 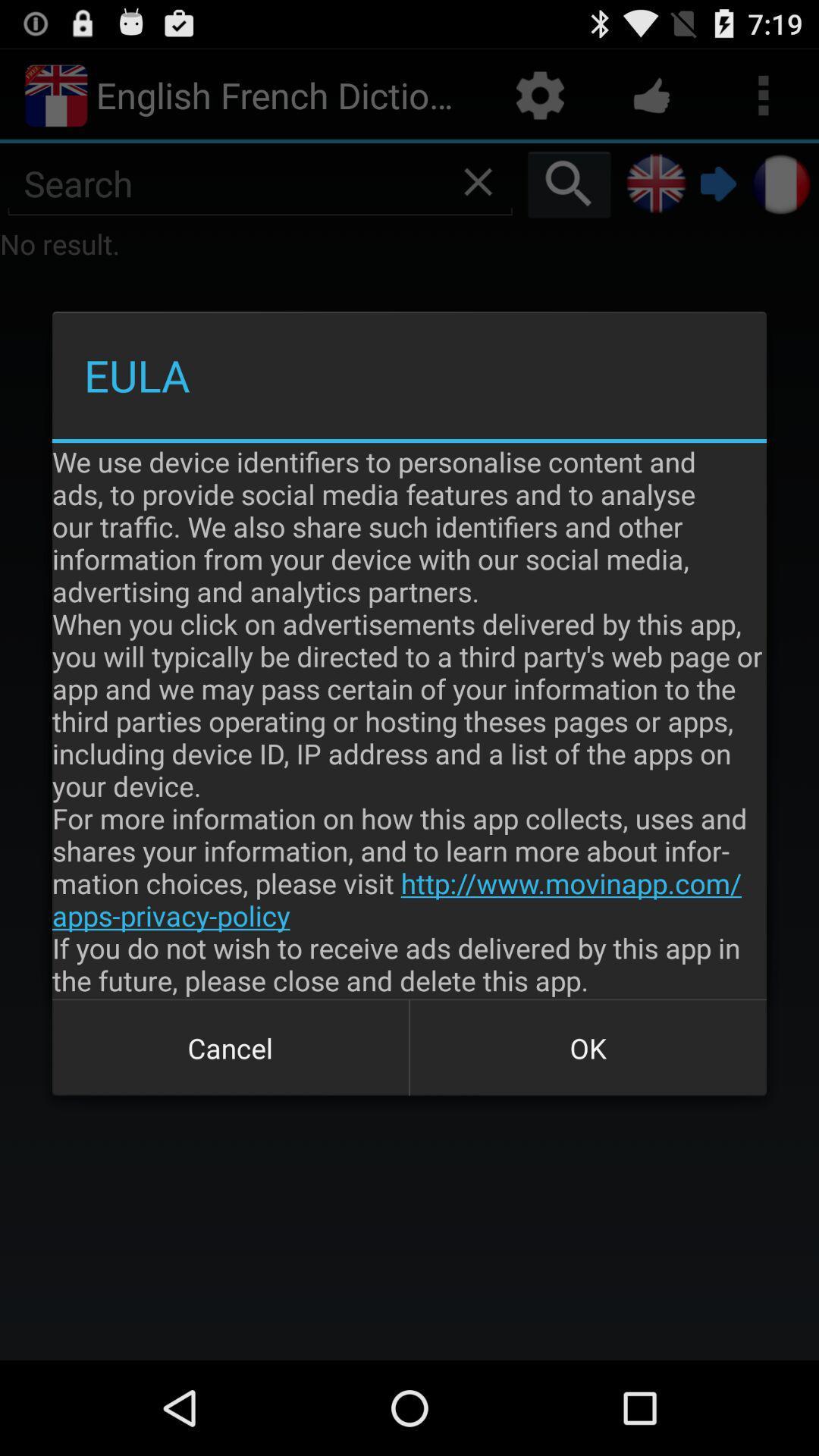 What do you see at coordinates (587, 1047) in the screenshot?
I see `the ok icon` at bounding box center [587, 1047].